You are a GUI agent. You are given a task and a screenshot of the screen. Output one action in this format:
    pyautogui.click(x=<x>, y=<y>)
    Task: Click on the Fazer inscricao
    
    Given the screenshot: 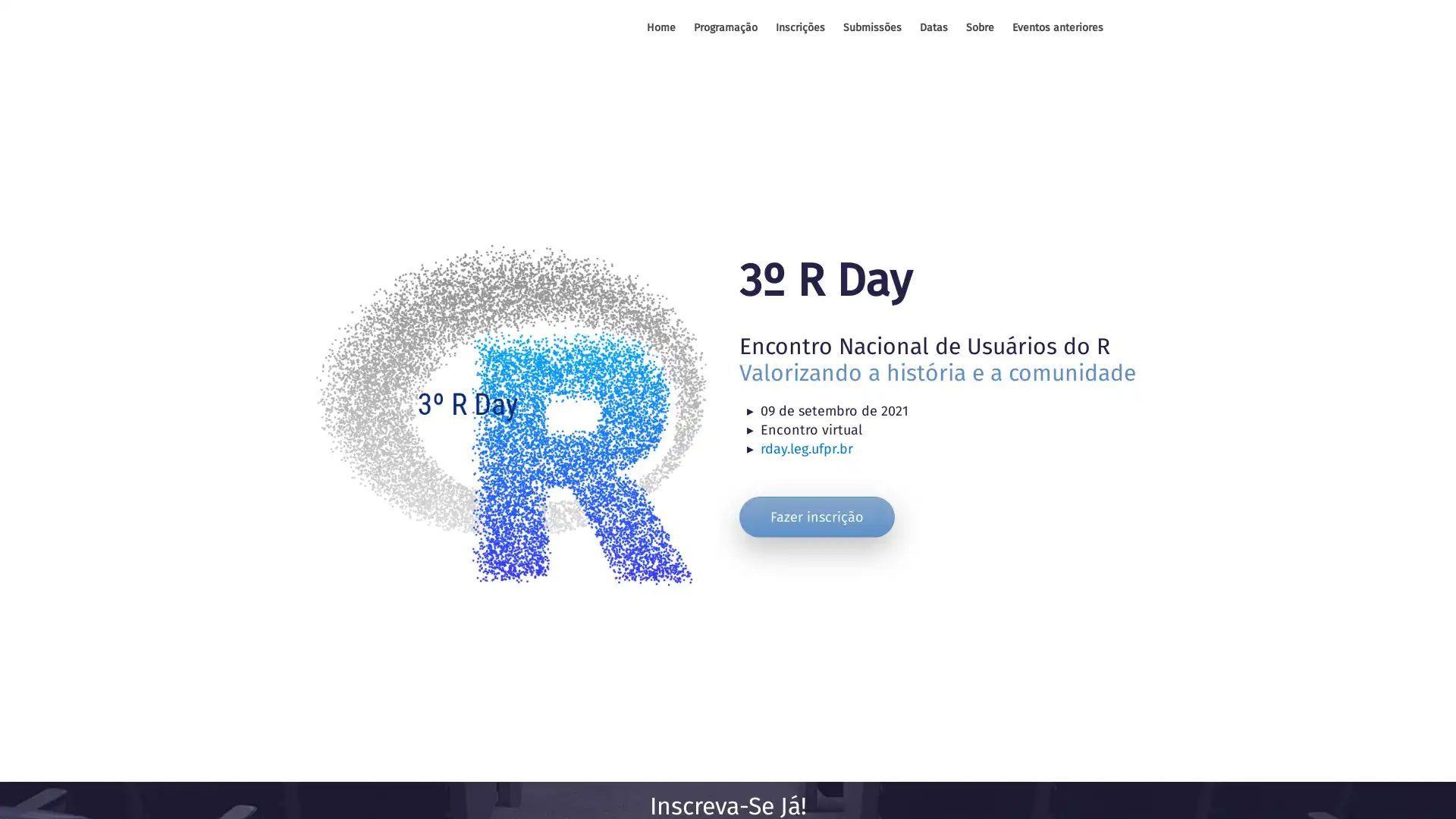 What is the action you would take?
    pyautogui.click(x=816, y=516)
    